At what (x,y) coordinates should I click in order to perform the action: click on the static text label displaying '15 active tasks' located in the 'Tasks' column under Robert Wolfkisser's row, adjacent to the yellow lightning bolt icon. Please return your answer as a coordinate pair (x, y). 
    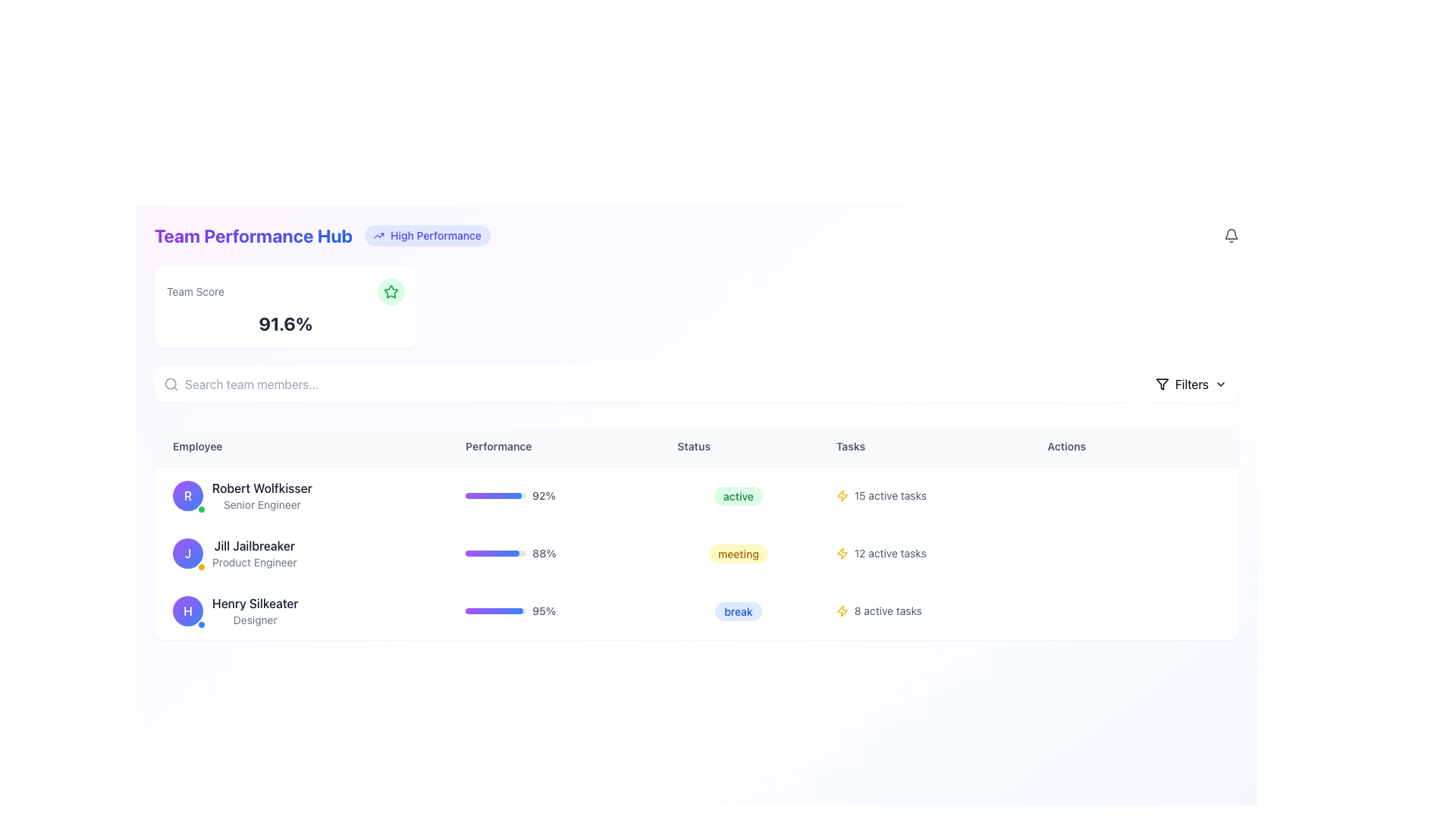
    Looking at the image, I should click on (890, 496).